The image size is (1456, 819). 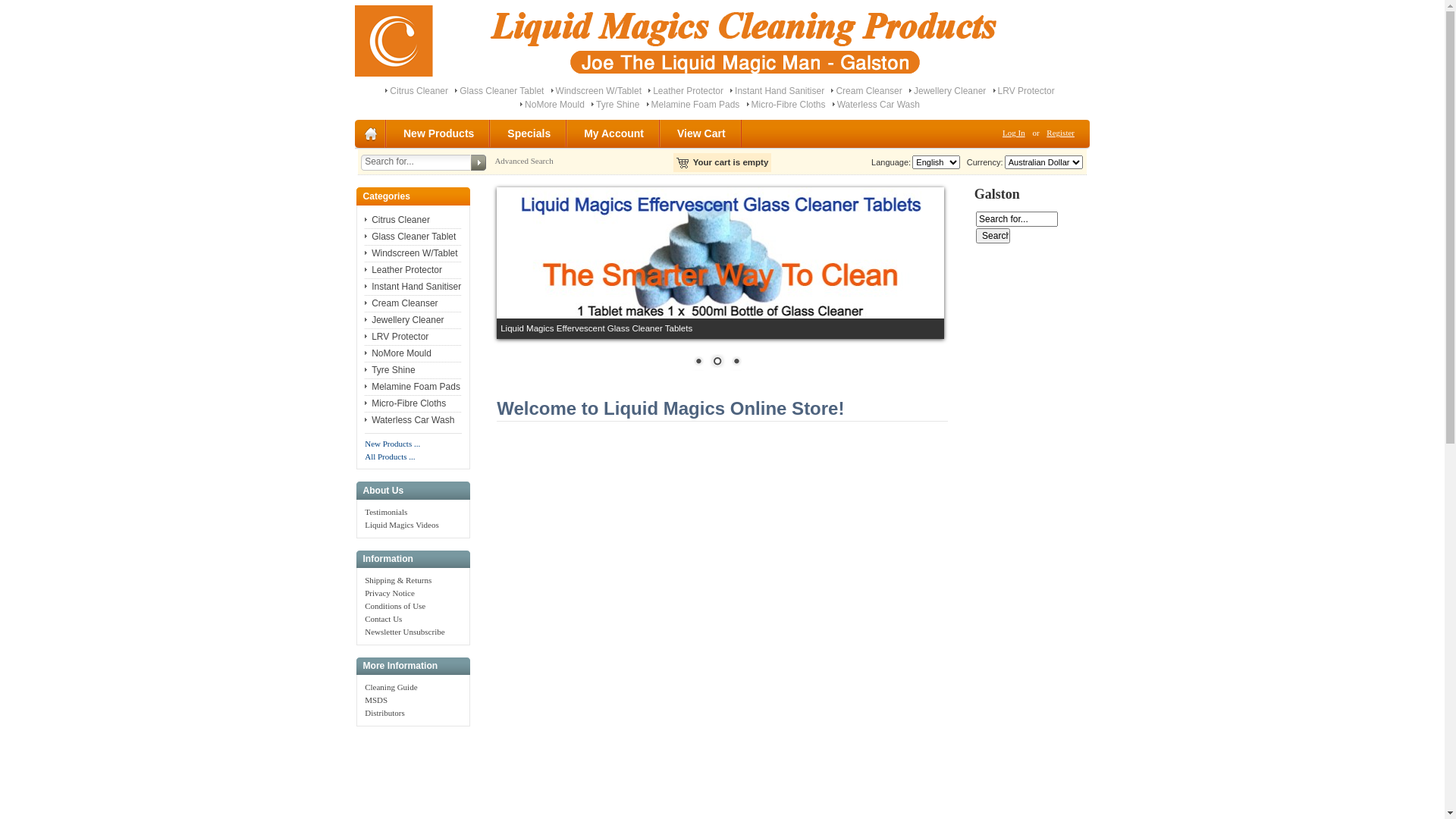 What do you see at coordinates (389, 455) in the screenshot?
I see `'All Products ...'` at bounding box center [389, 455].